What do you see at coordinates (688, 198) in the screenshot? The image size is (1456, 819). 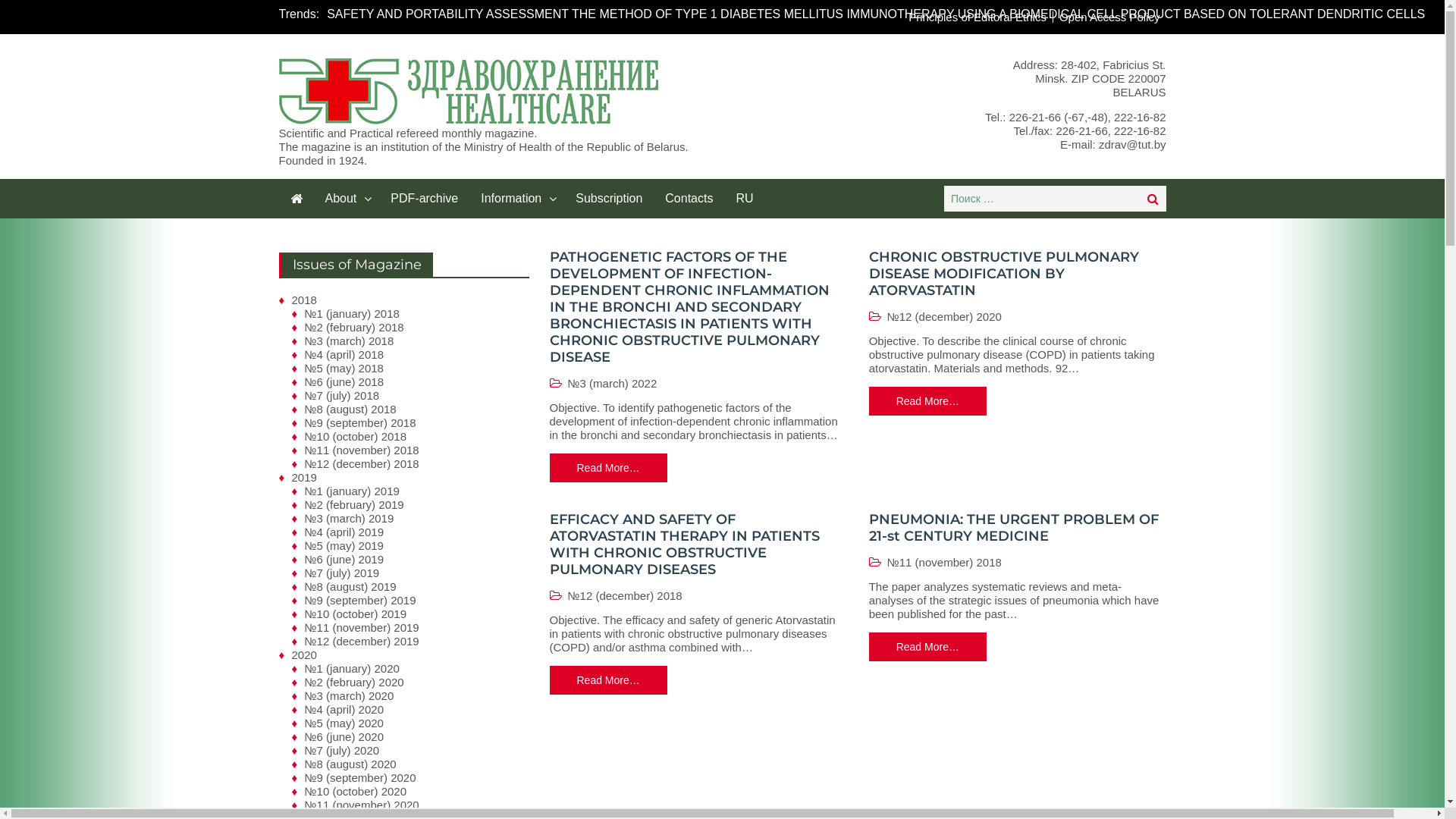 I see `'Contacts'` at bounding box center [688, 198].